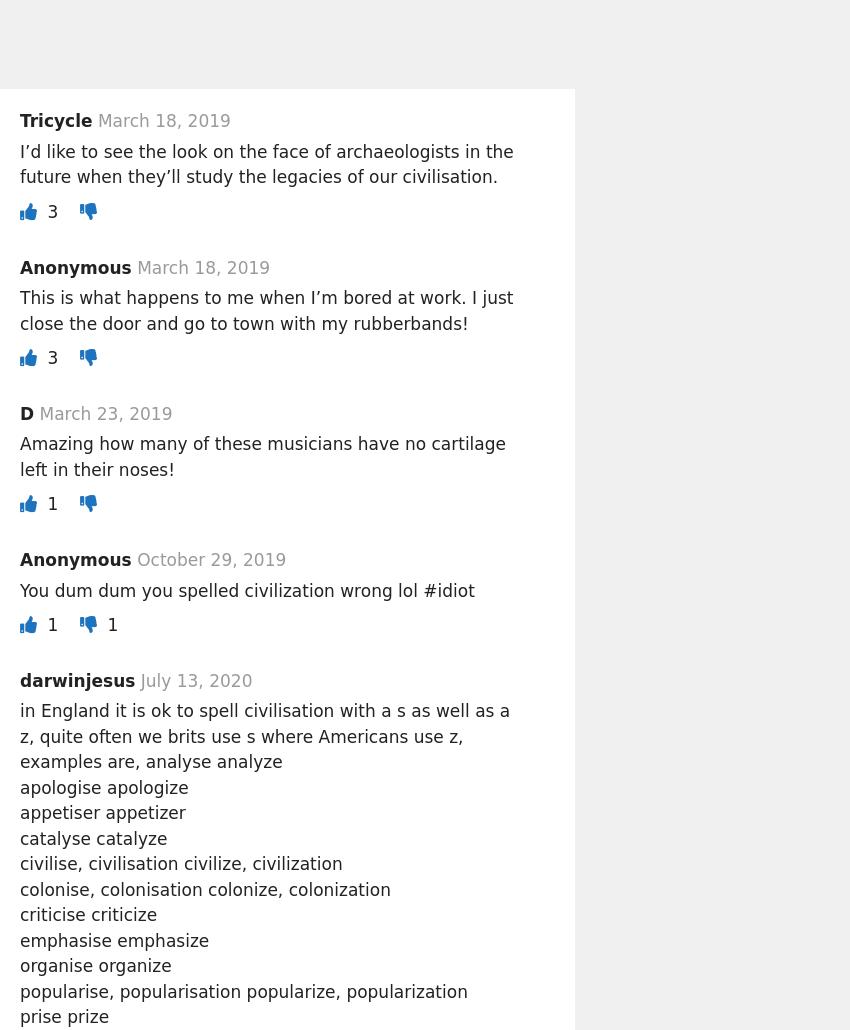 The width and height of the screenshot is (850, 1030). I want to click on 'popularise, popularisation	popularize, popularization', so click(243, 989).